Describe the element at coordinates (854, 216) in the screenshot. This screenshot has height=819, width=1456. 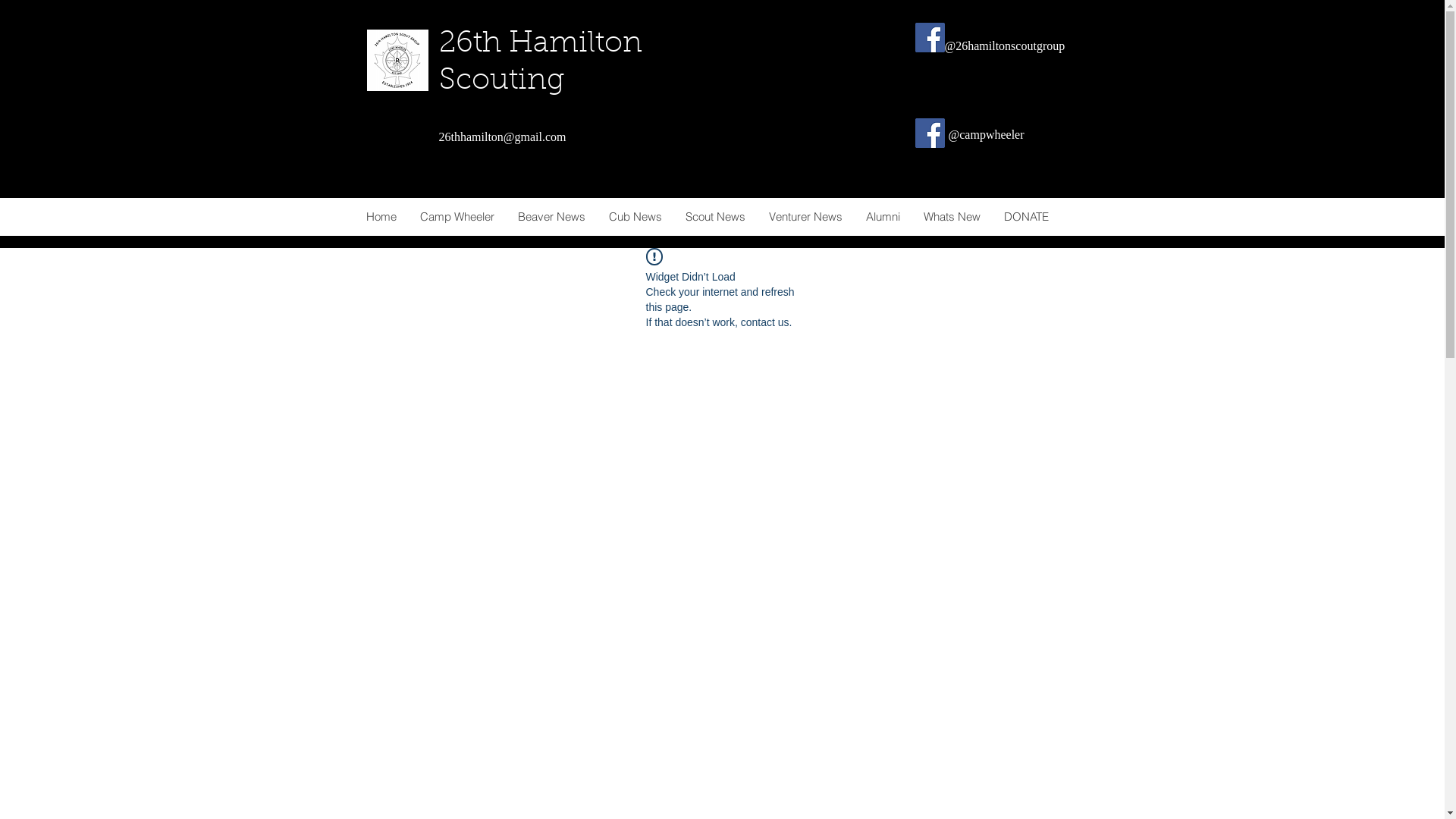
I see `'Alumni'` at that location.